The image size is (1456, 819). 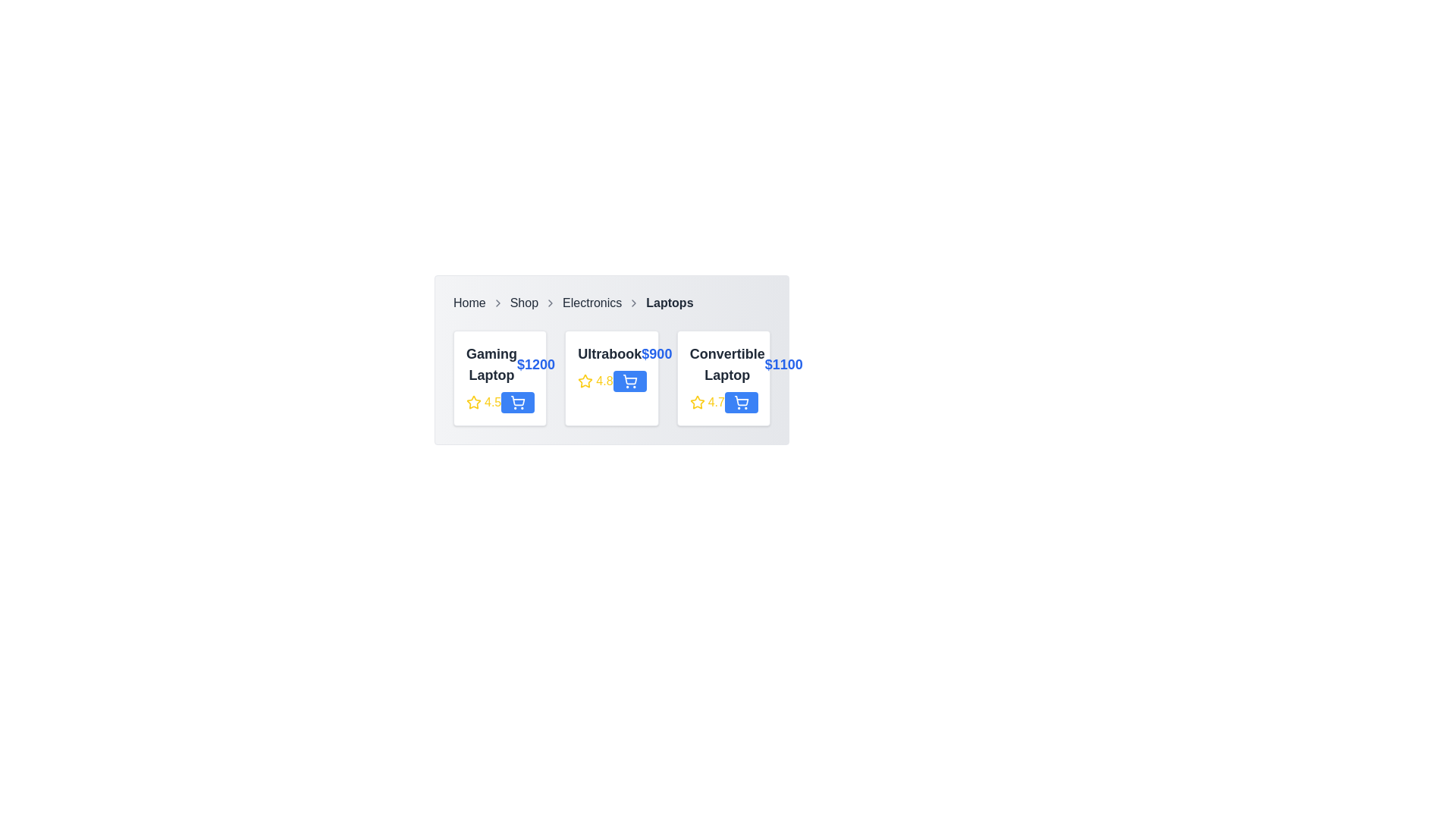 I want to click on related elements in the card containing the 'Gaming Laptop' title and price display, located in the upper-left section of the card, so click(x=500, y=365).